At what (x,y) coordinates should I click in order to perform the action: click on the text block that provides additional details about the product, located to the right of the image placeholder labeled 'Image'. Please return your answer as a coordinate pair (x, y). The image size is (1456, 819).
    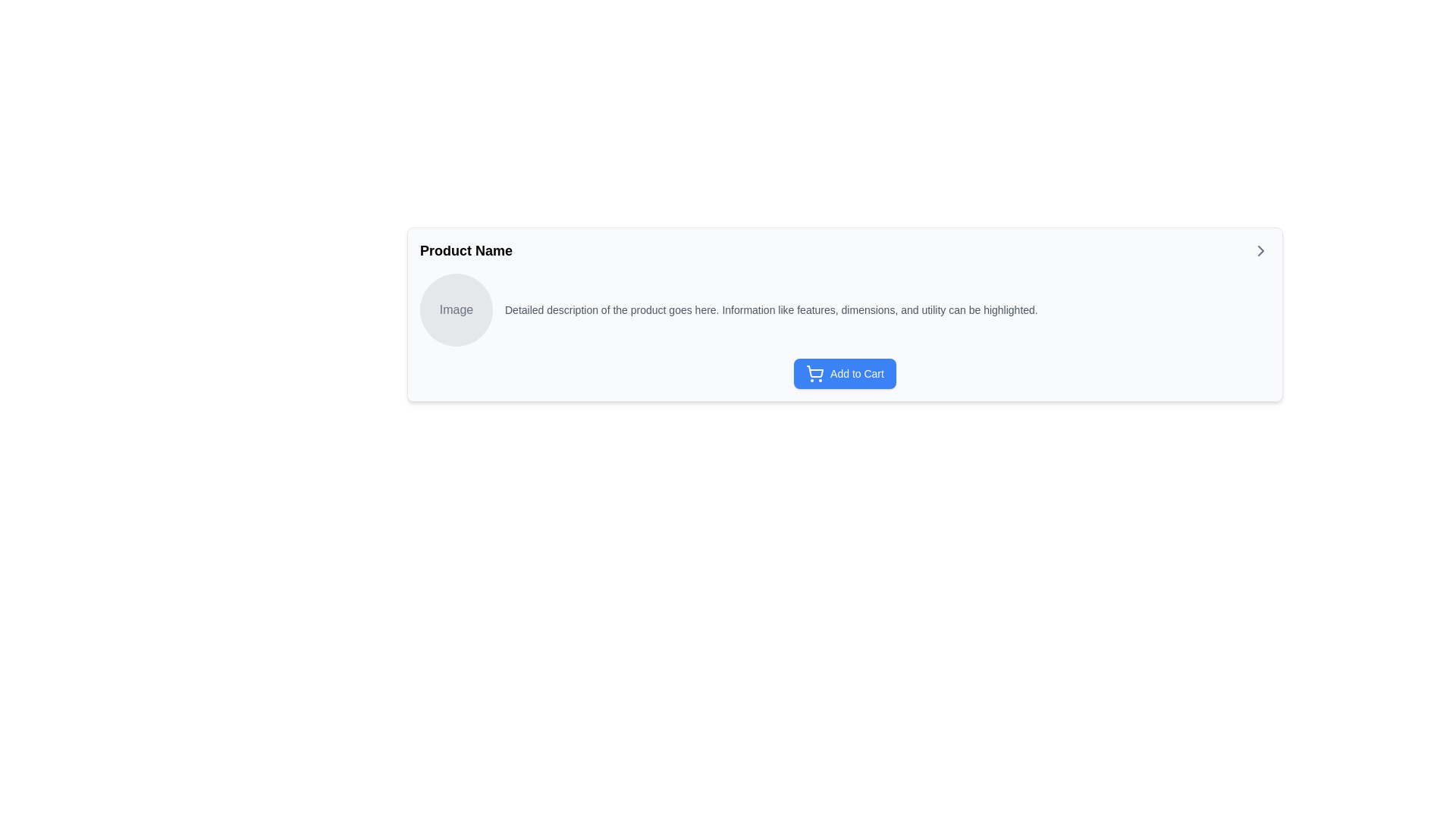
    Looking at the image, I should click on (771, 309).